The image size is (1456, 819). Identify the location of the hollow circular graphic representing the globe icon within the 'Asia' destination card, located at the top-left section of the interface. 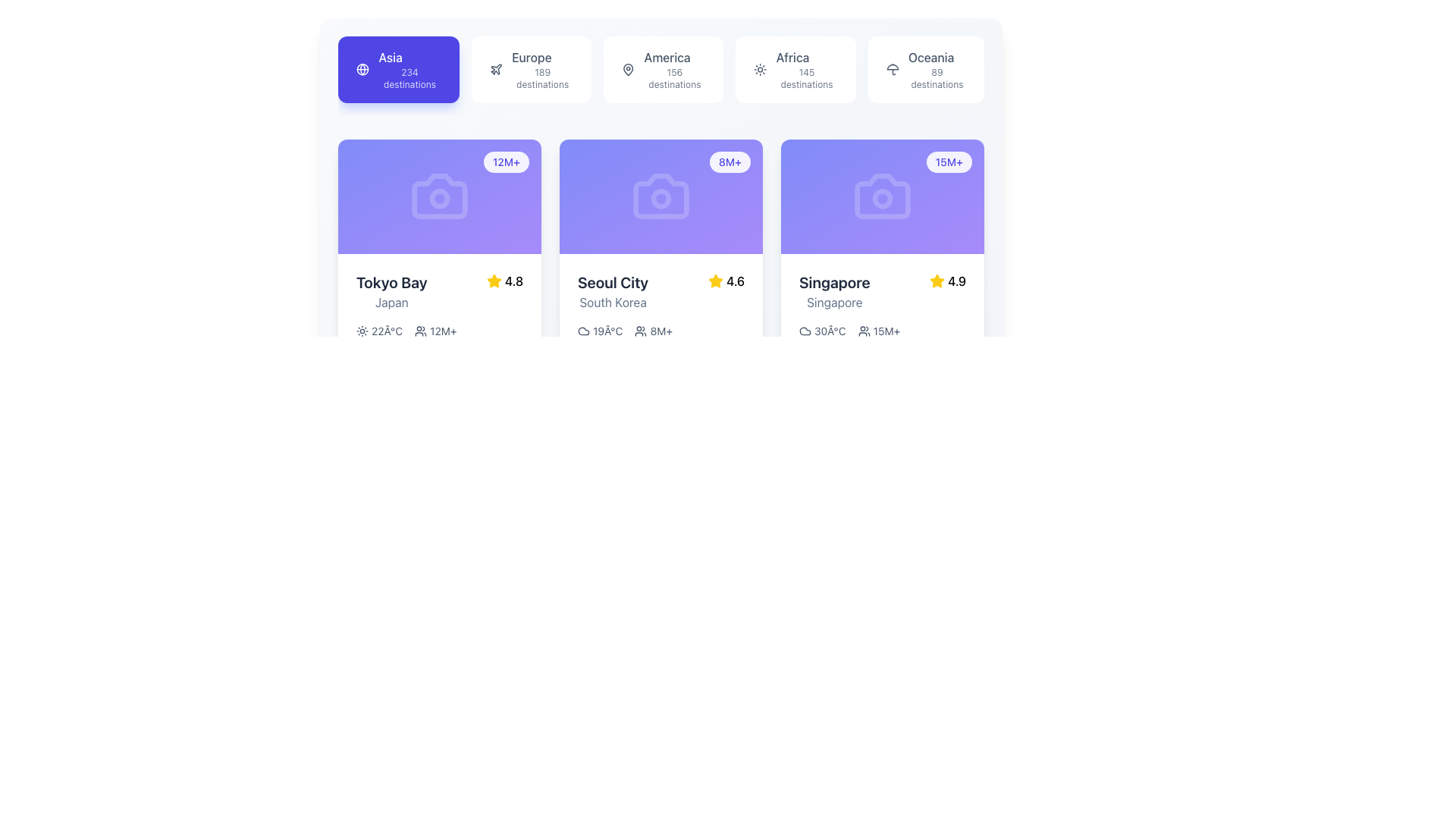
(362, 70).